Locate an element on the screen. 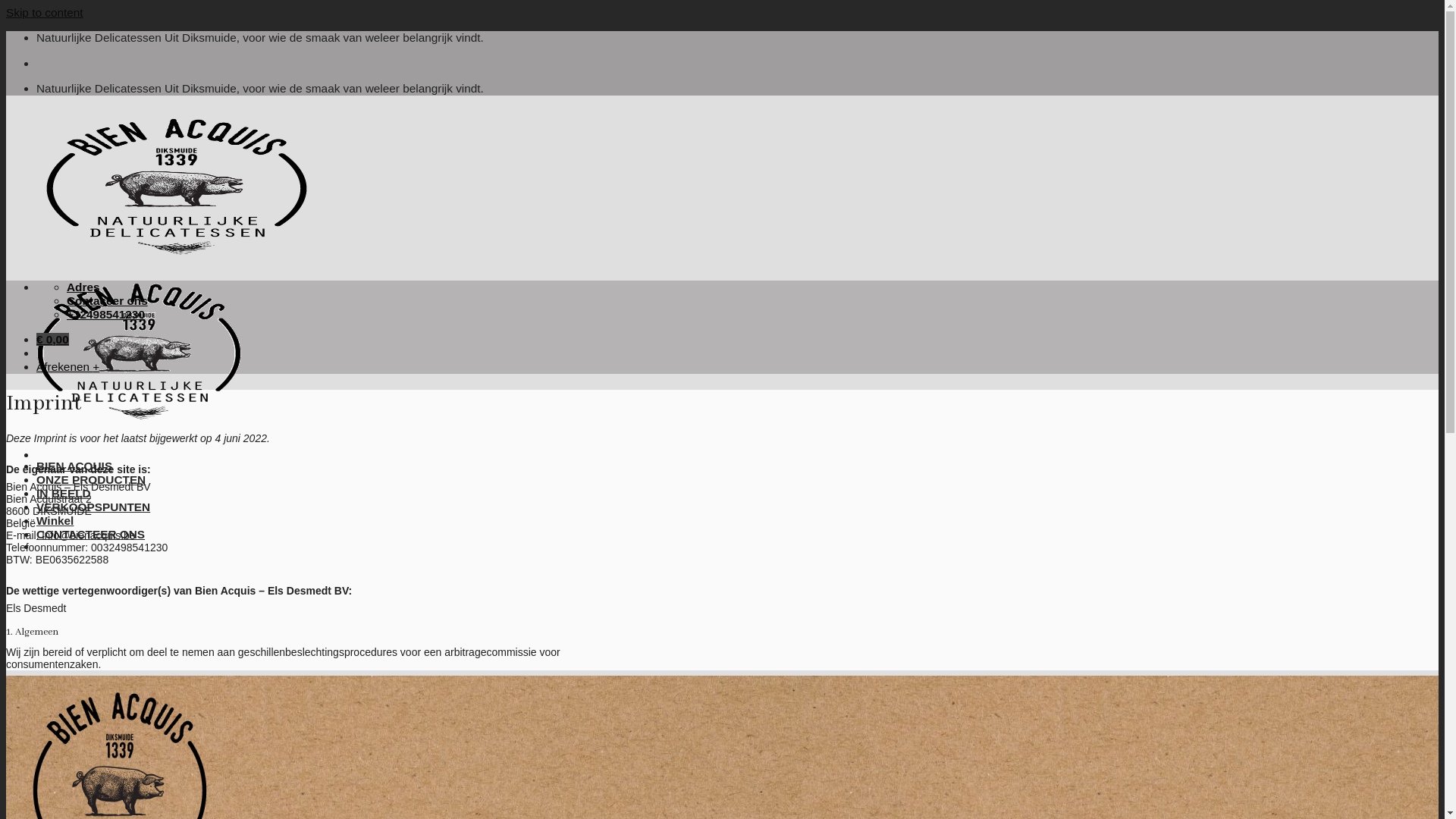  'ONZE PRODUCTEN' is located at coordinates (90, 479).